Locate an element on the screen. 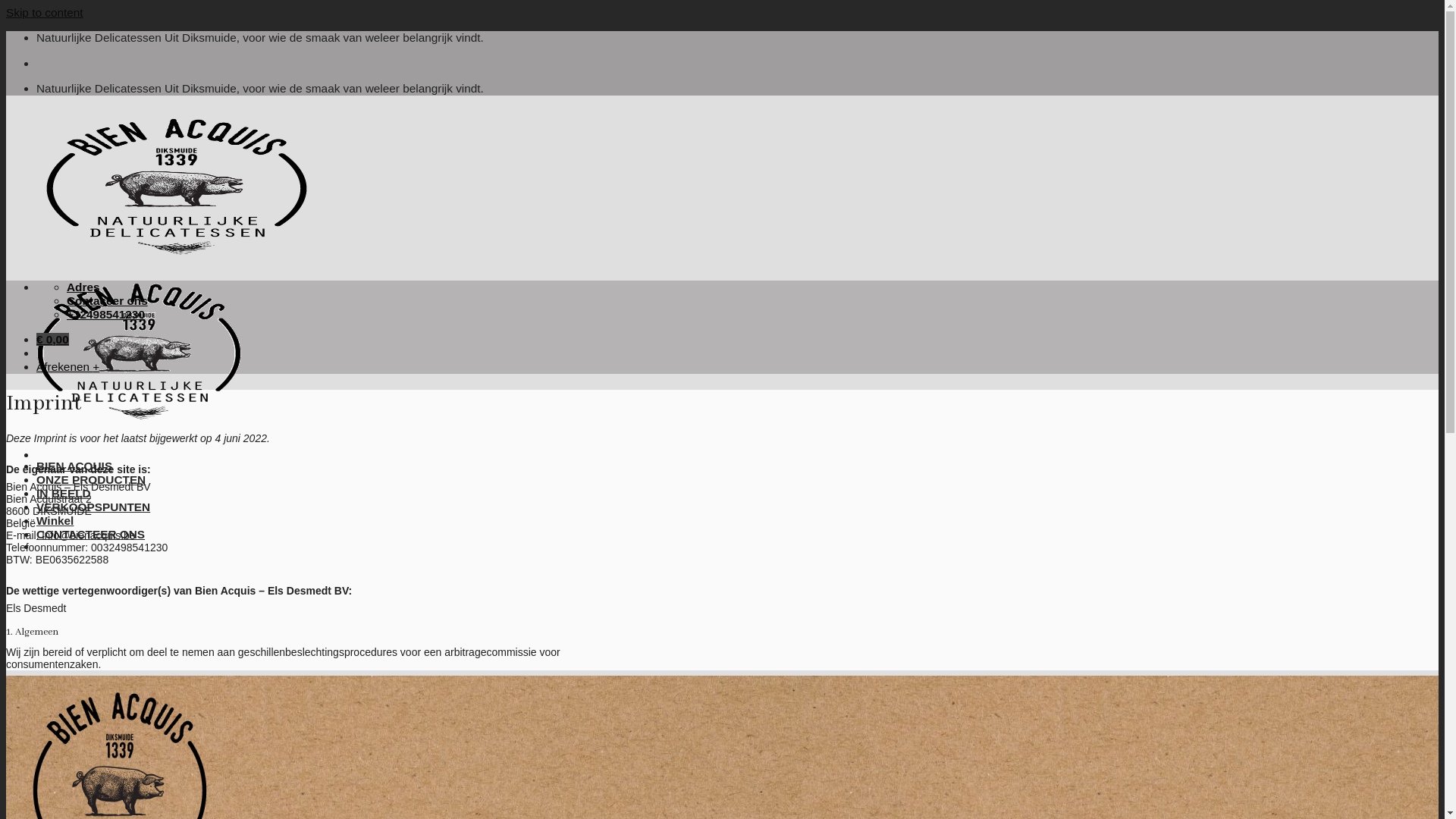  'ONZE PRODUCTEN' is located at coordinates (90, 479).